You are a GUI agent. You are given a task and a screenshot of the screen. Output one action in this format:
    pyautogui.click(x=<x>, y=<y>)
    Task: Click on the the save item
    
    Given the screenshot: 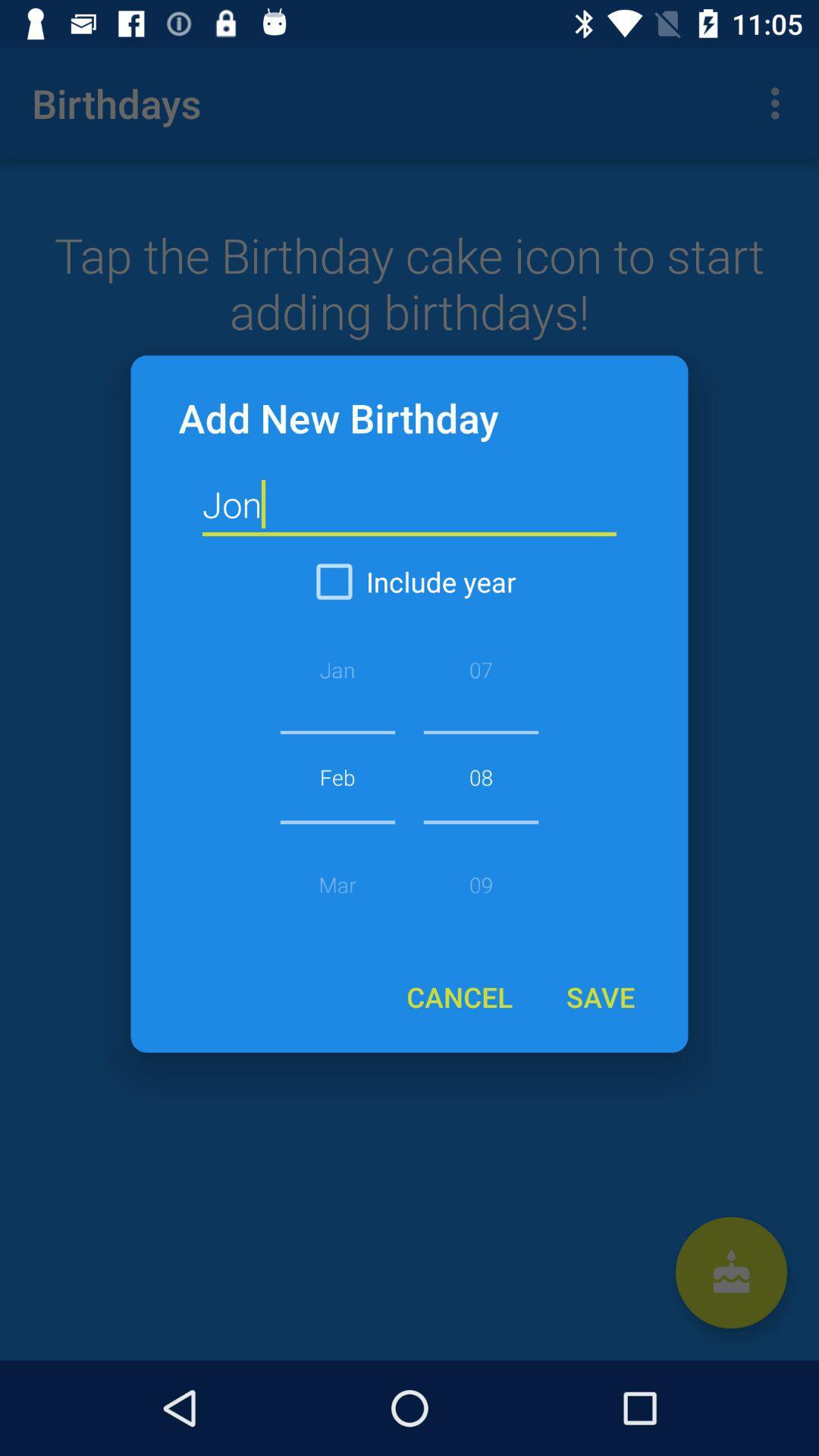 What is the action you would take?
    pyautogui.click(x=599, y=996)
    